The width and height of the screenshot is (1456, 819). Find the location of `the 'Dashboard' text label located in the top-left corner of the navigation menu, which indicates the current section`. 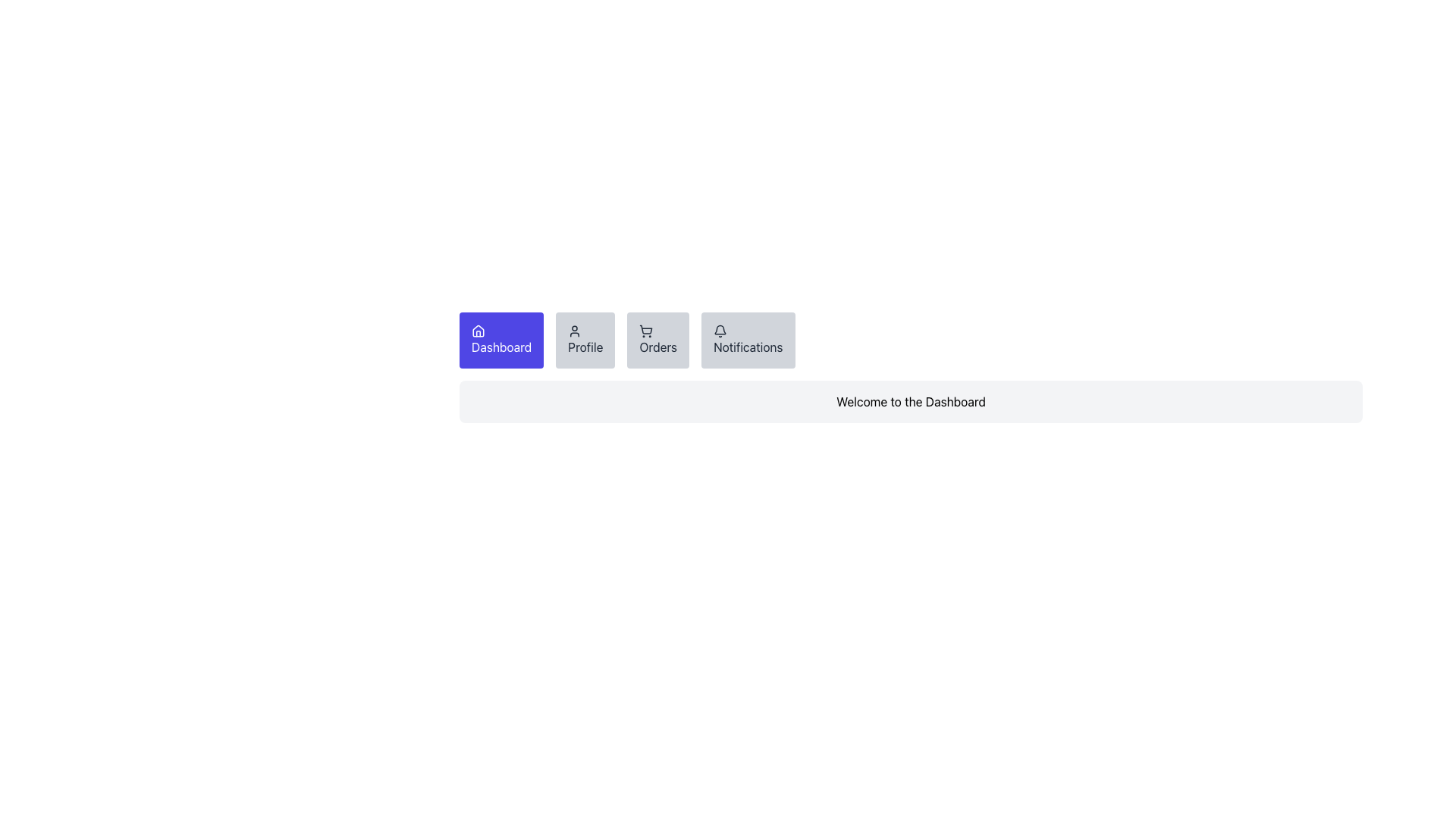

the 'Dashboard' text label located in the top-left corner of the navigation menu, which indicates the current section is located at coordinates (501, 347).